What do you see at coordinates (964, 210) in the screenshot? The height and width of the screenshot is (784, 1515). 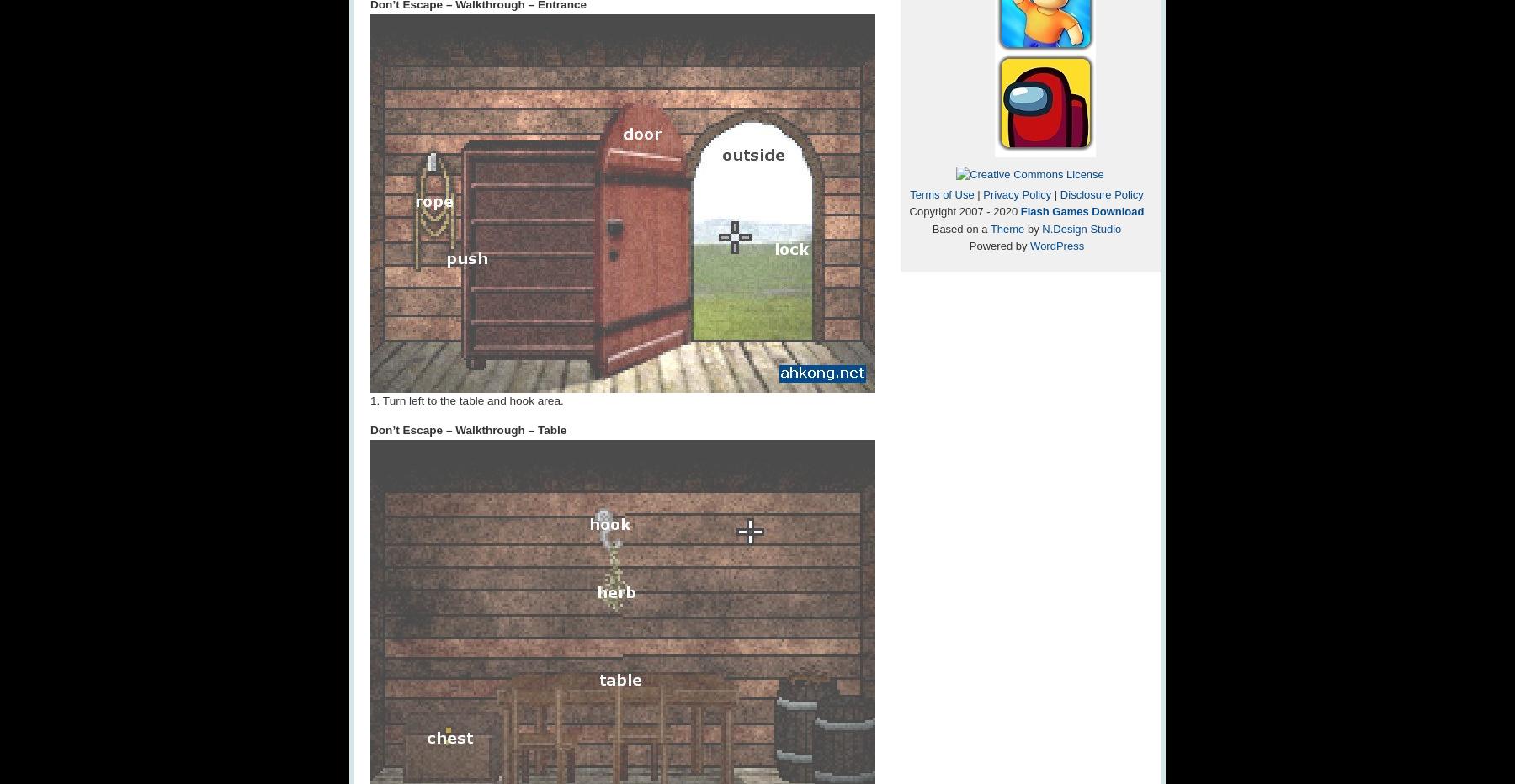 I see `'Copyright 2007 - 2020'` at bounding box center [964, 210].